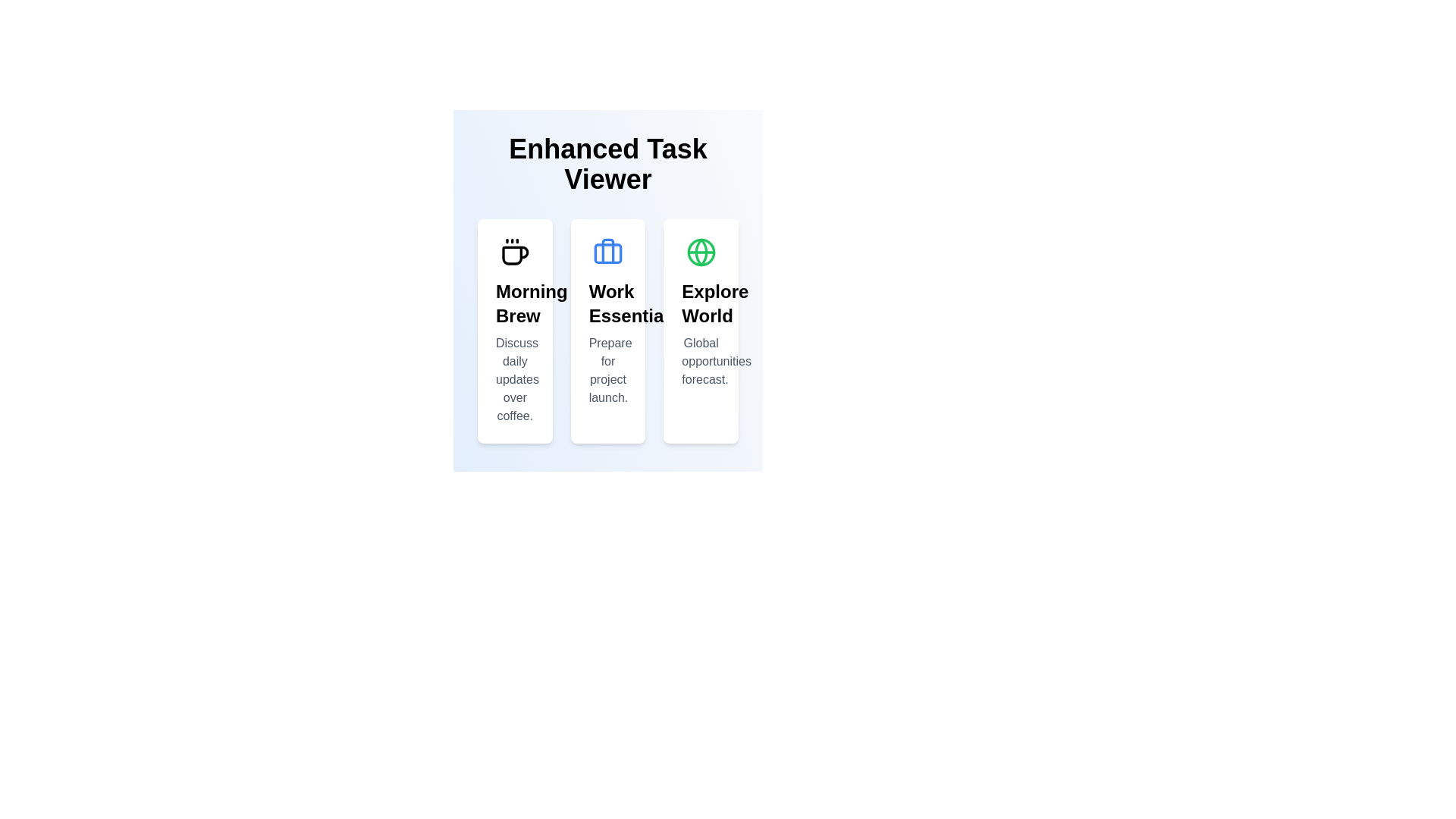  What do you see at coordinates (515, 379) in the screenshot?
I see `text label containing 'Discuss daily updates over coffee.' that is styled with a gray font and centered alignment, located within the 'Morning Brew' card layout` at bounding box center [515, 379].